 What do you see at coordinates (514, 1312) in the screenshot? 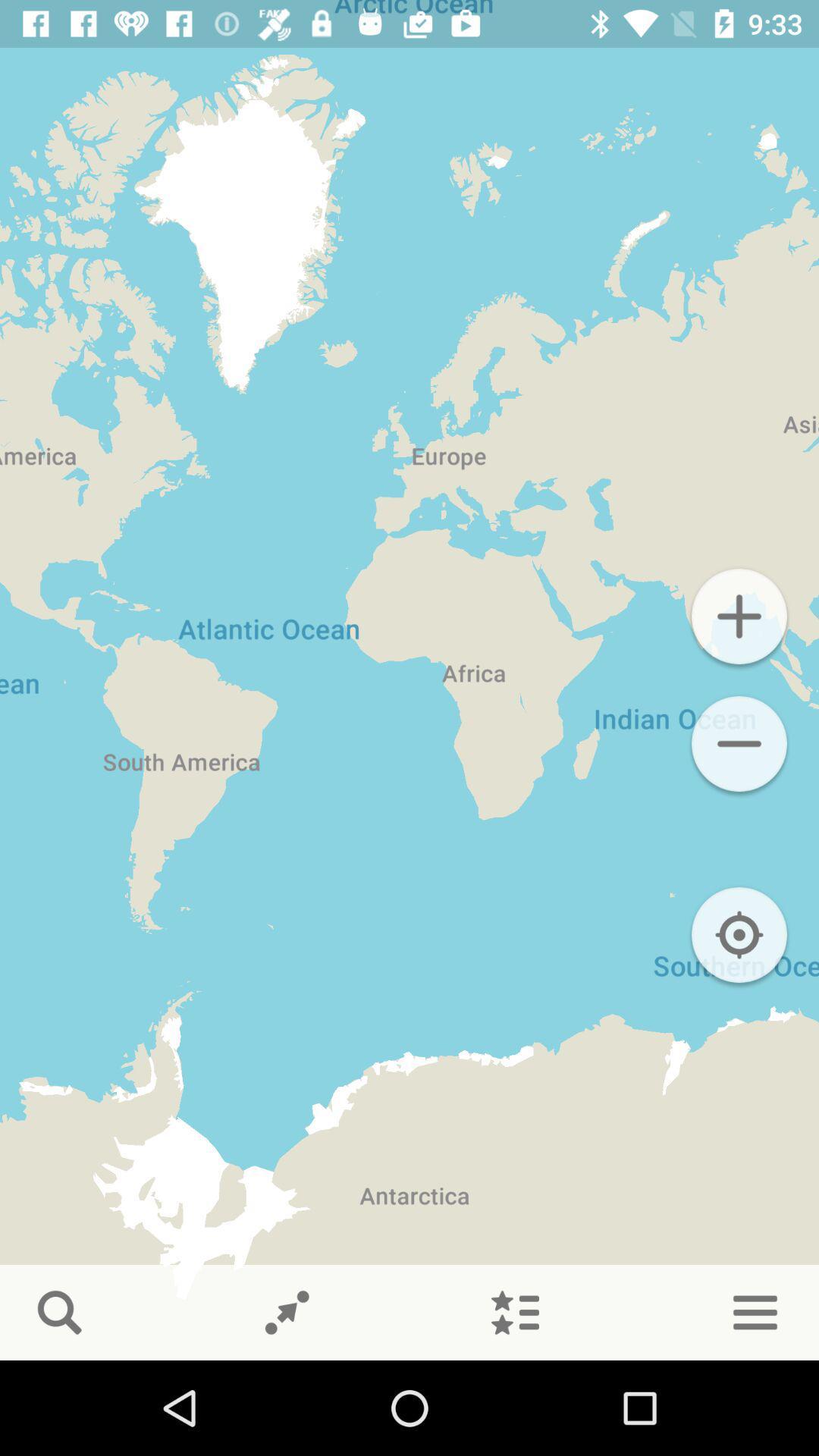
I see `show starred places` at bounding box center [514, 1312].